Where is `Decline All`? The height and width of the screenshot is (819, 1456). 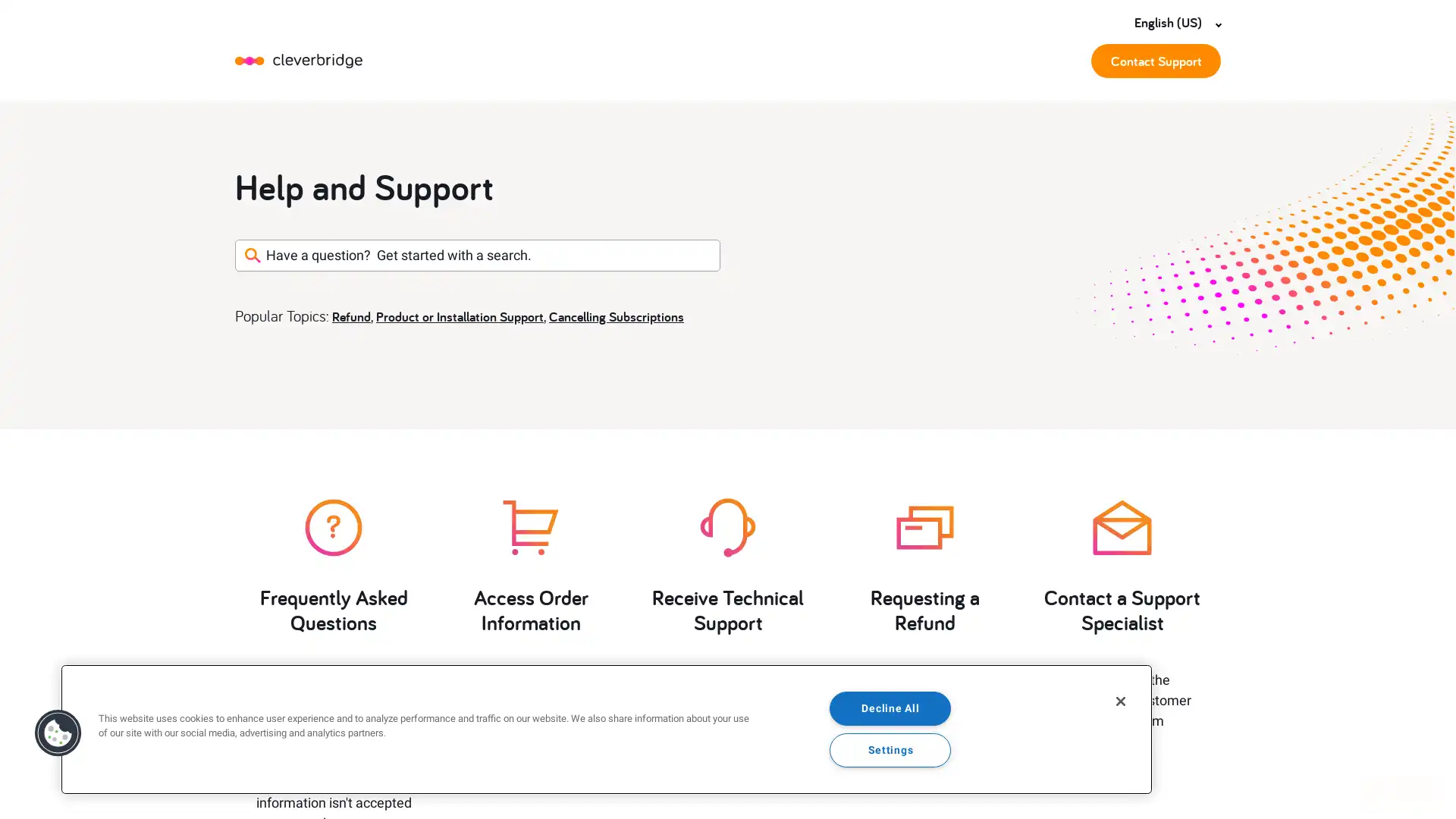 Decline All is located at coordinates (890, 708).